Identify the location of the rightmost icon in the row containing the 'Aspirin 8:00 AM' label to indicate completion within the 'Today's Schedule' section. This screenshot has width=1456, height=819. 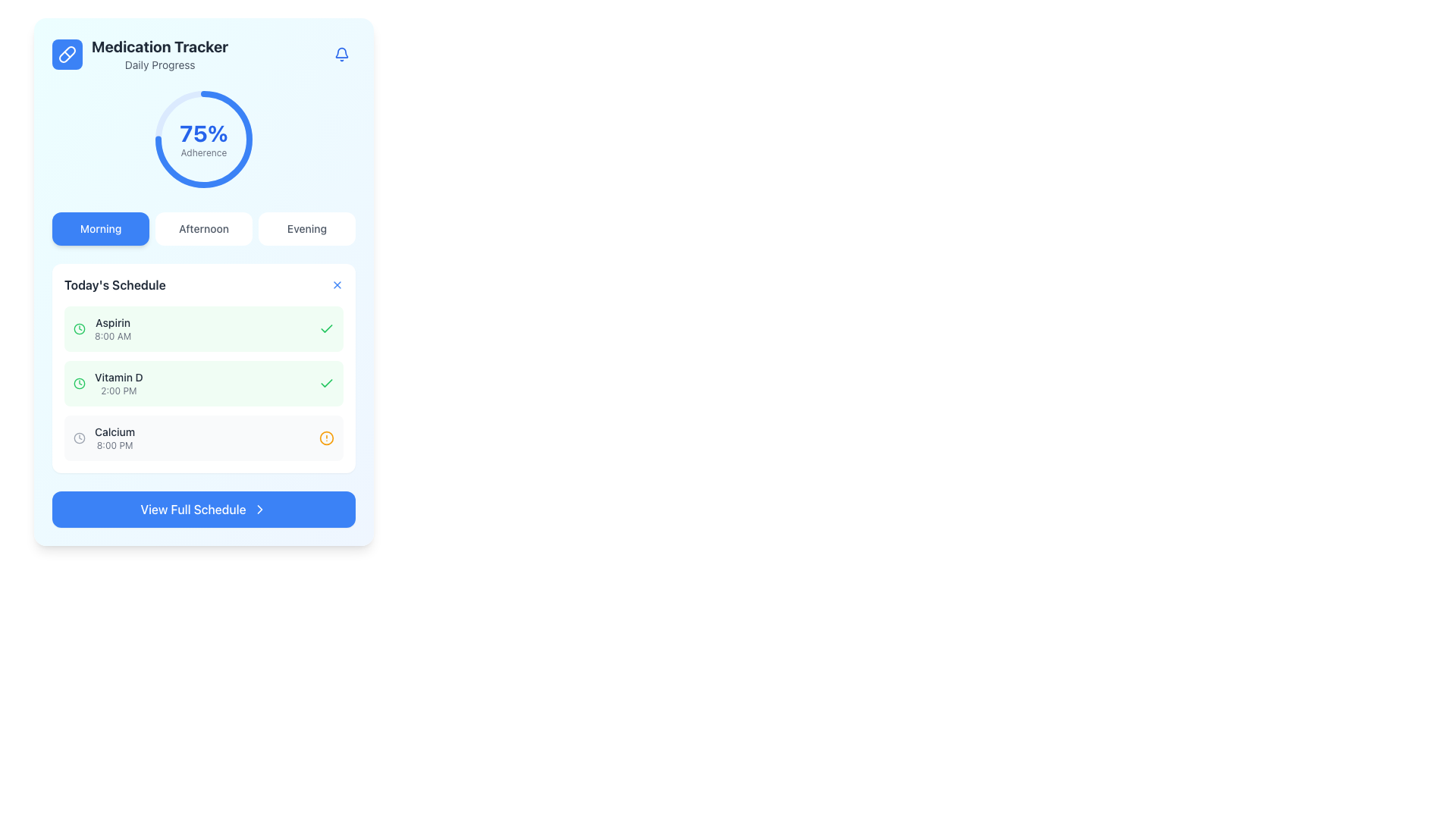
(326, 328).